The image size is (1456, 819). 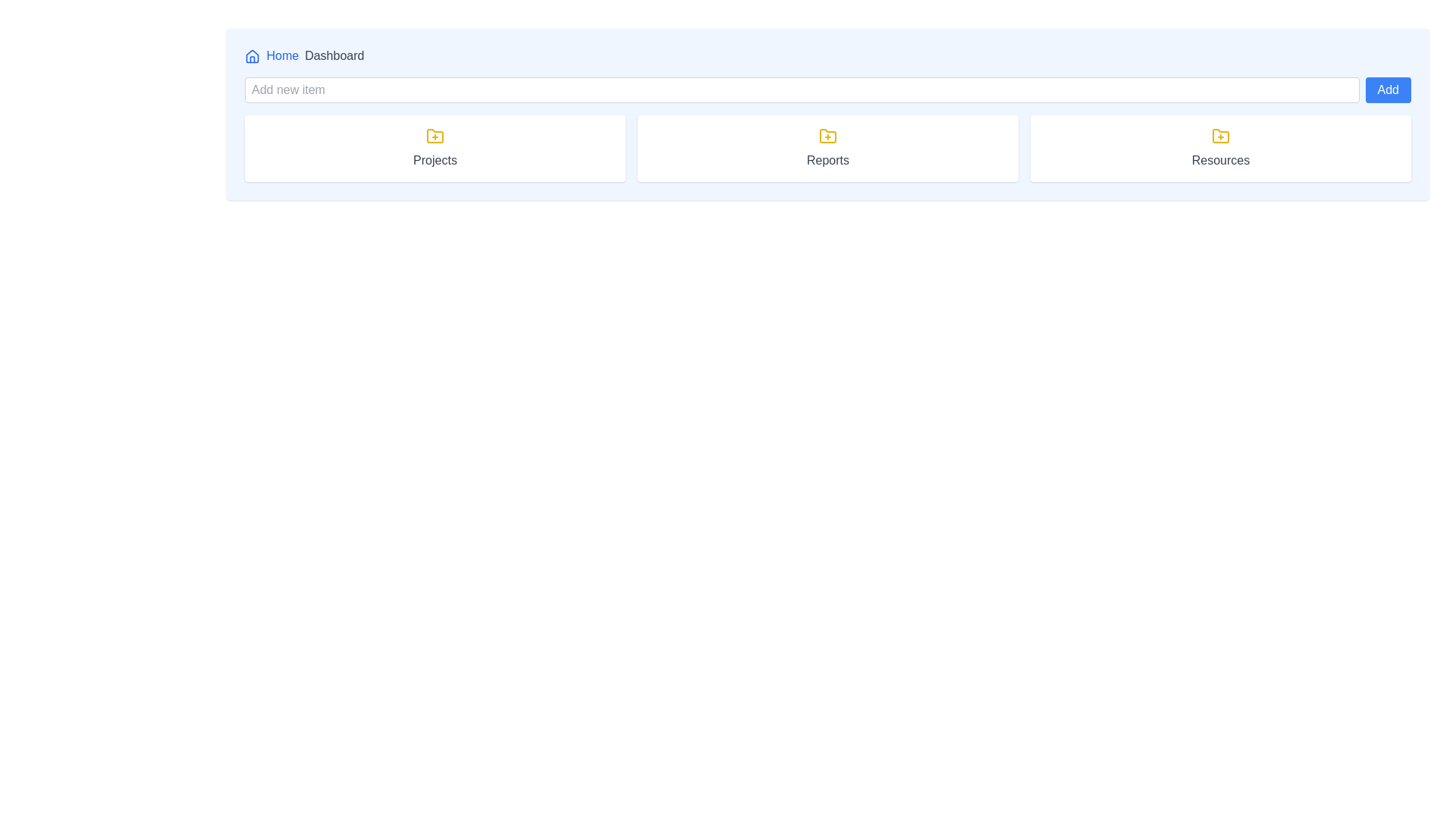 I want to click on the 'Add' button, so click(x=1388, y=90).